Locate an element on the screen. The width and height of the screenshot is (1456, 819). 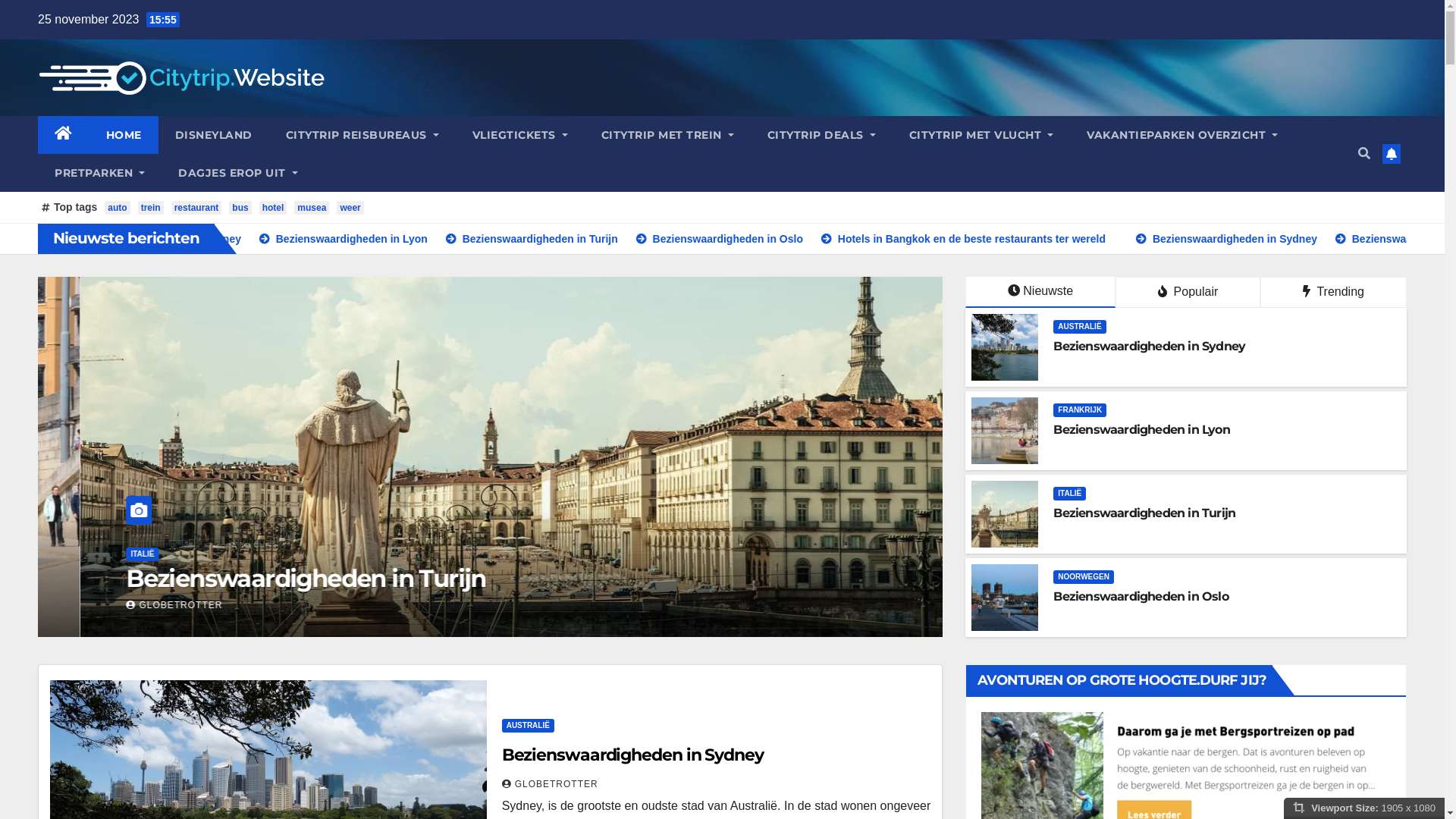
'HOME' is located at coordinates (124, 133).